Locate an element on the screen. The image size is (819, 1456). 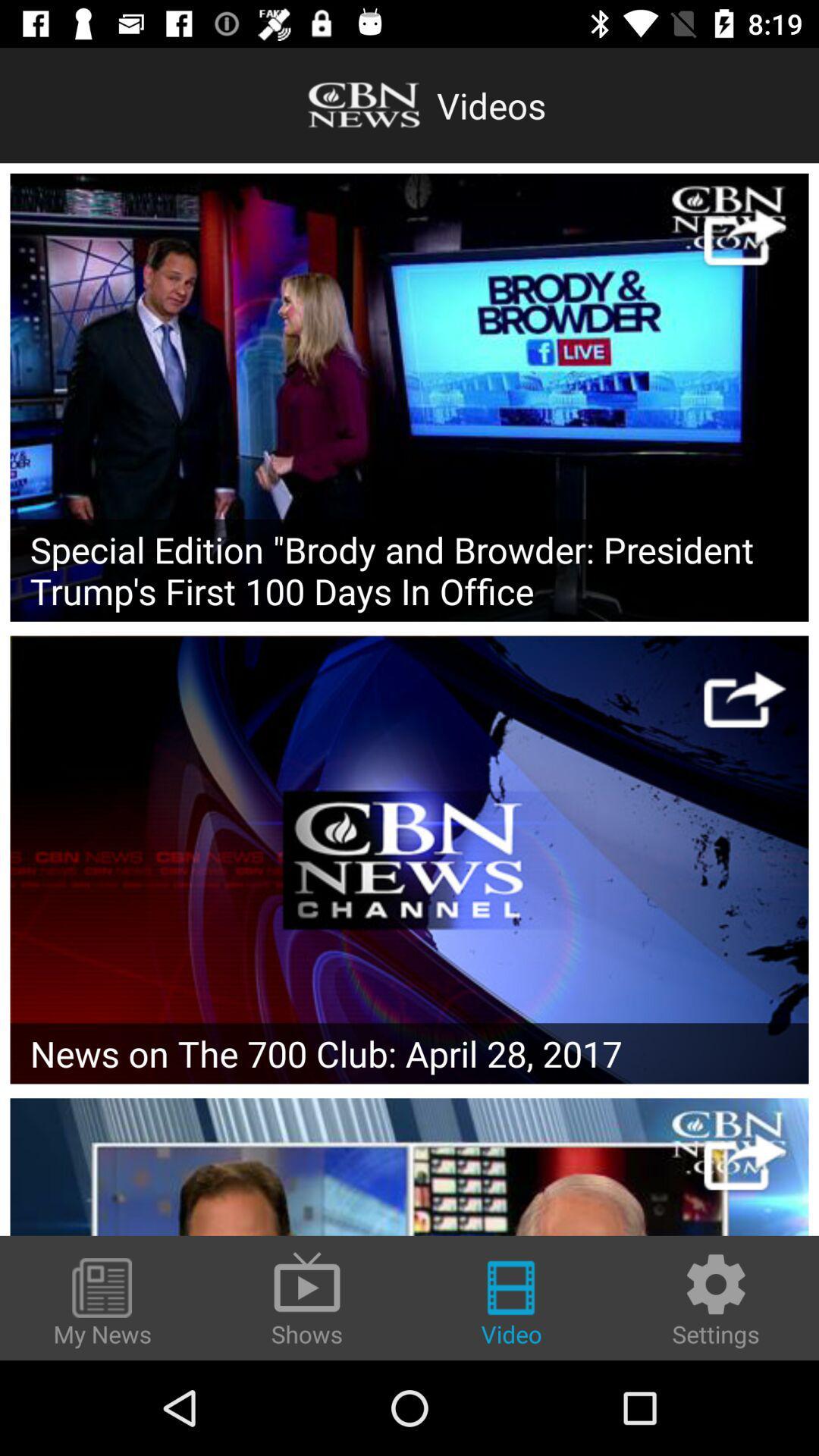
news article link is located at coordinates (409, 1166).